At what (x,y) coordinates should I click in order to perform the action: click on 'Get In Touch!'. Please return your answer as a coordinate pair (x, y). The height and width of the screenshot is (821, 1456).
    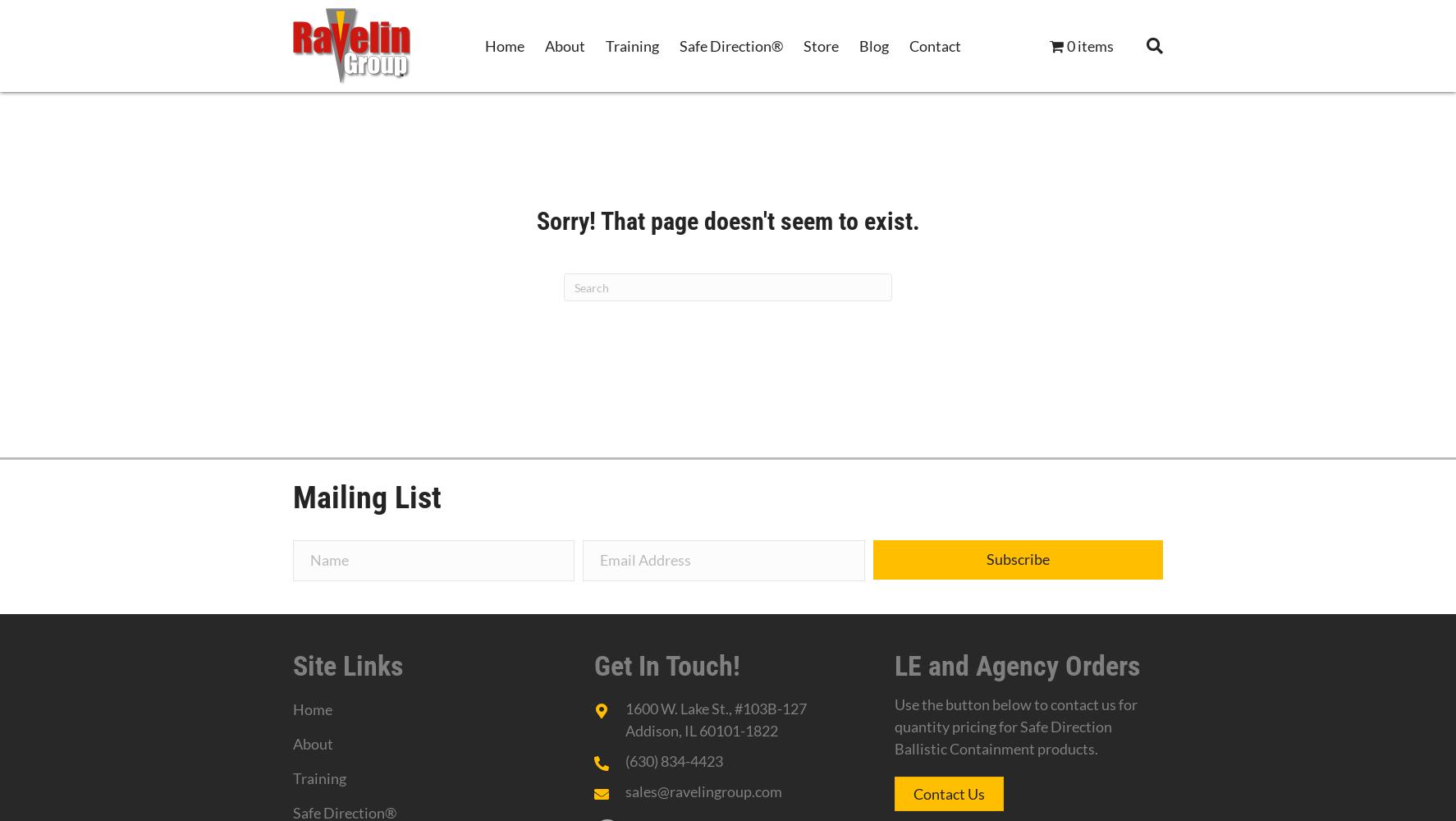
    Looking at the image, I should click on (666, 665).